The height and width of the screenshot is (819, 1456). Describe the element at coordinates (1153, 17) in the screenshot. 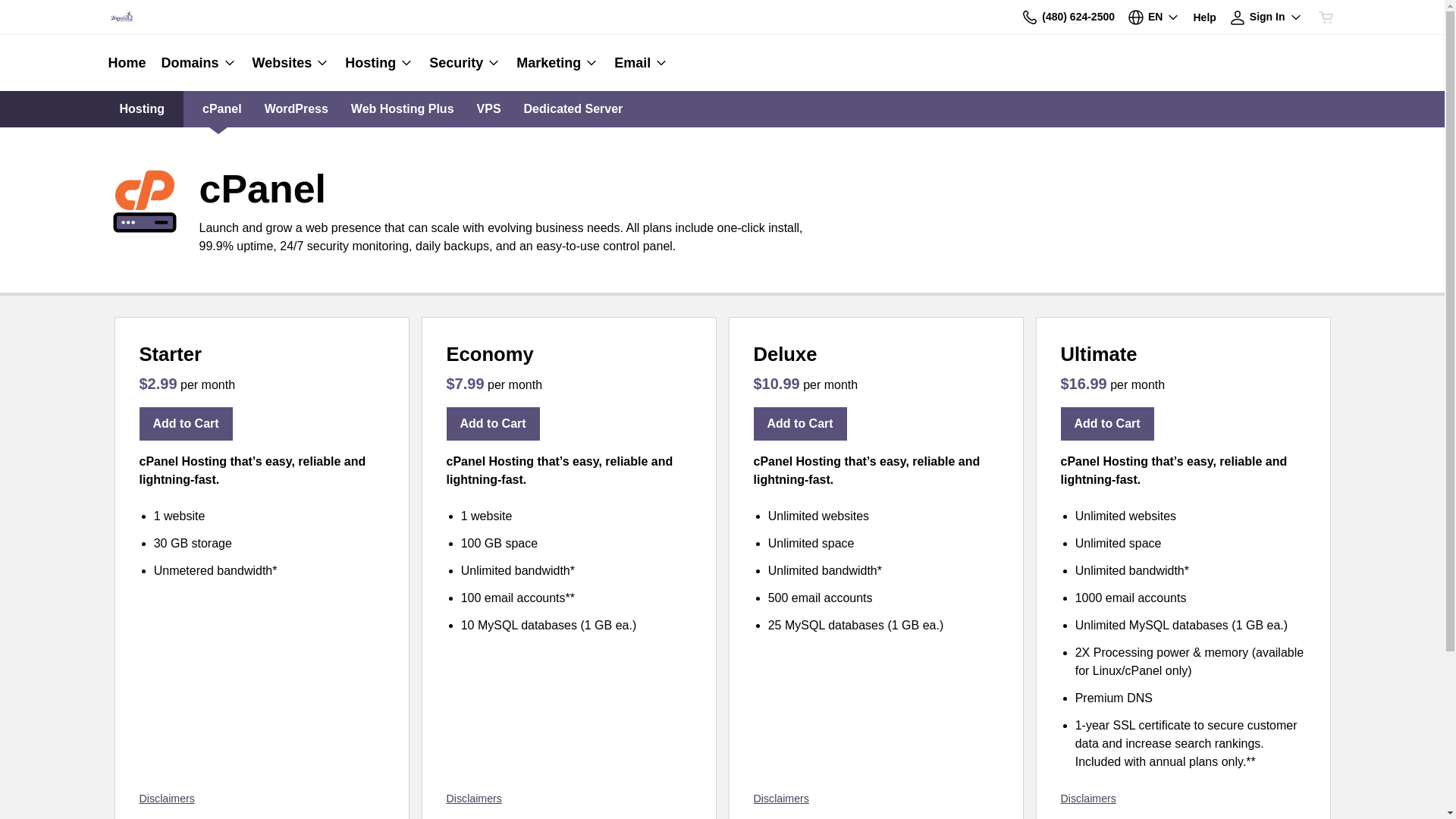

I see `'EN'` at that location.